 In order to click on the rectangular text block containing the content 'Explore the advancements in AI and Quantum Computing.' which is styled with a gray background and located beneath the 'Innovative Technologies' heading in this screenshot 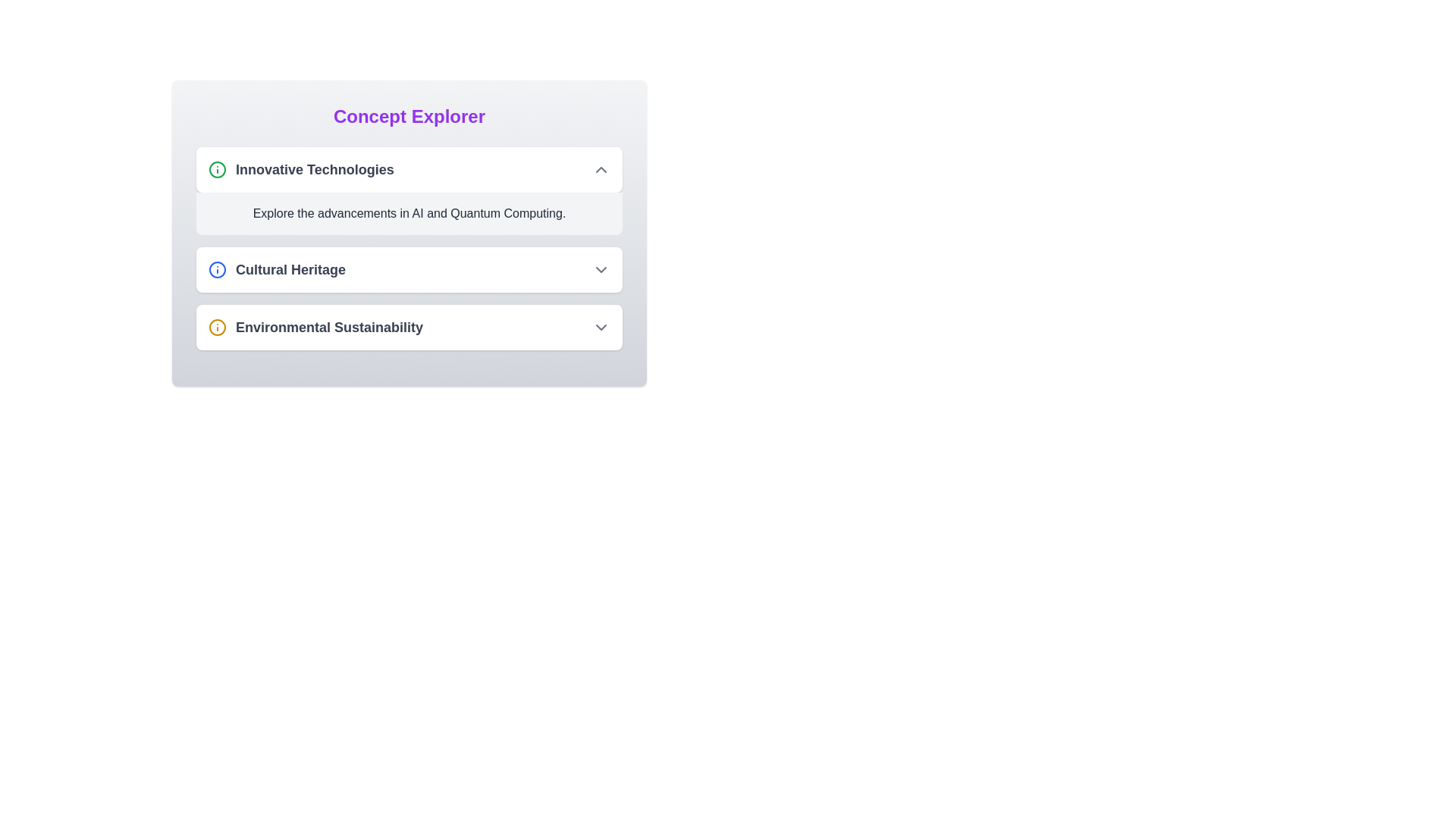, I will do `click(409, 213)`.